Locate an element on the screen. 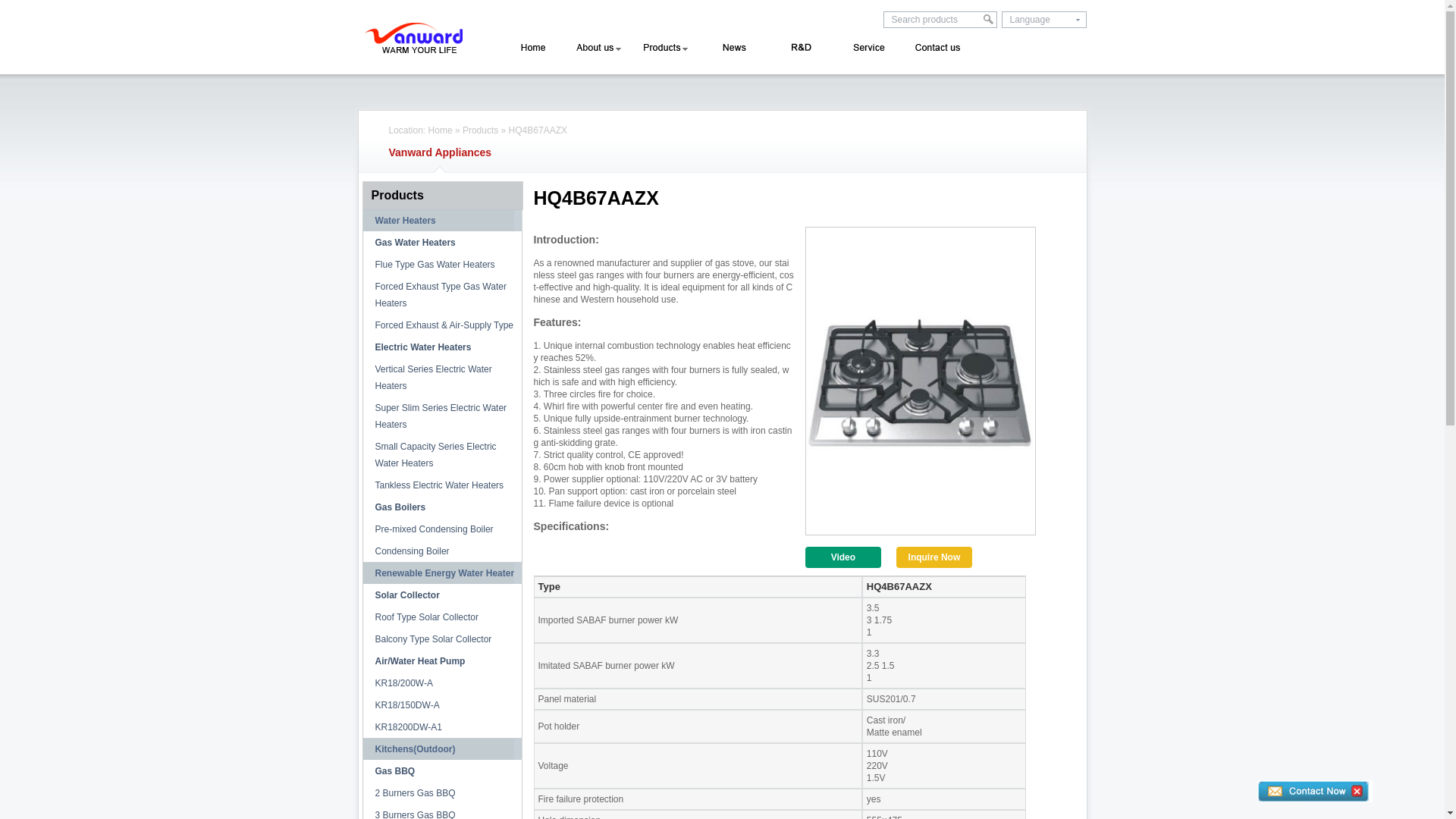 This screenshot has height=819, width=1456. 'KR18/150DW-A' is located at coordinates (441, 704).